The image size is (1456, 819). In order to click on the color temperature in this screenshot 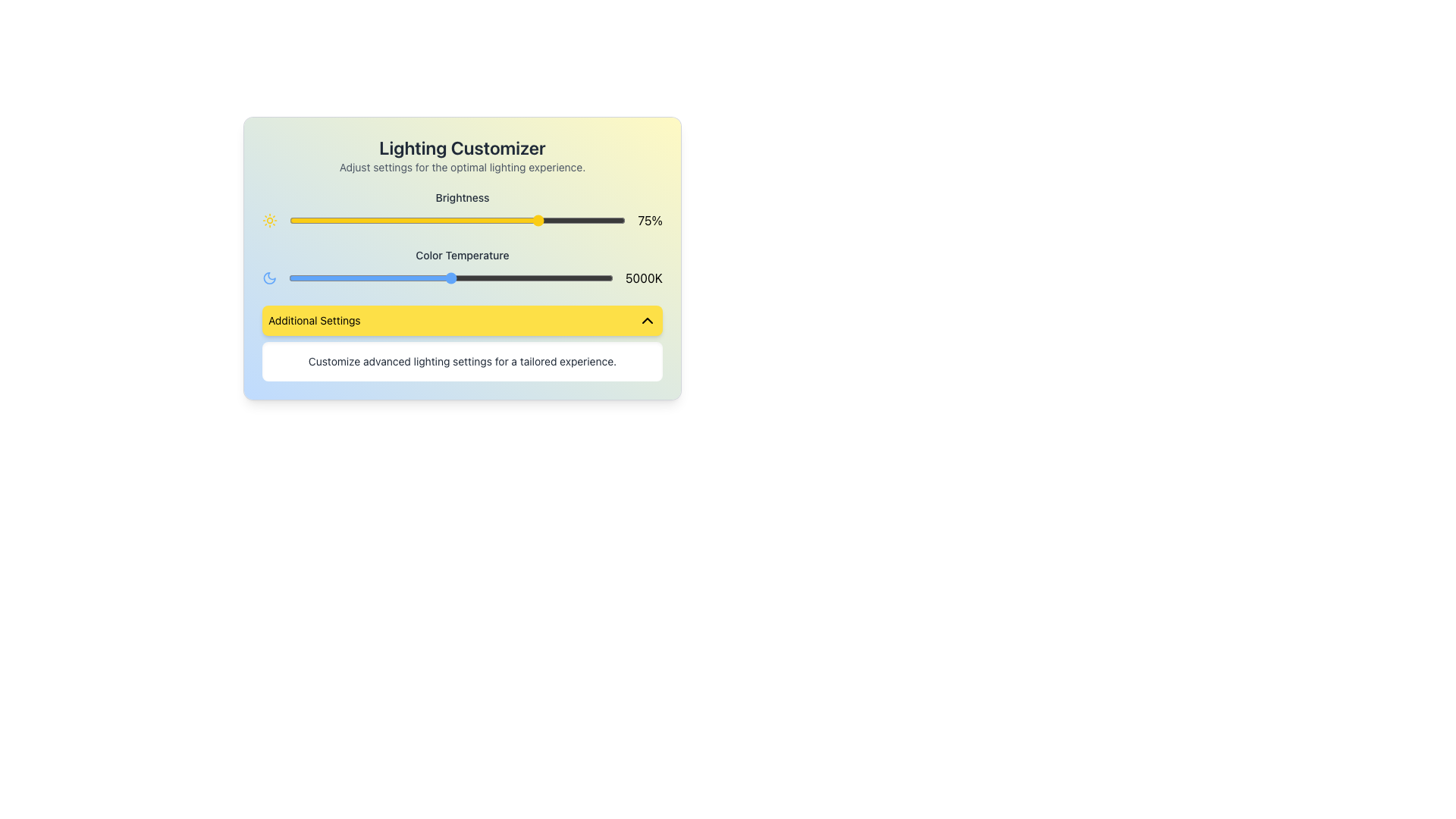, I will do `click(511, 278)`.